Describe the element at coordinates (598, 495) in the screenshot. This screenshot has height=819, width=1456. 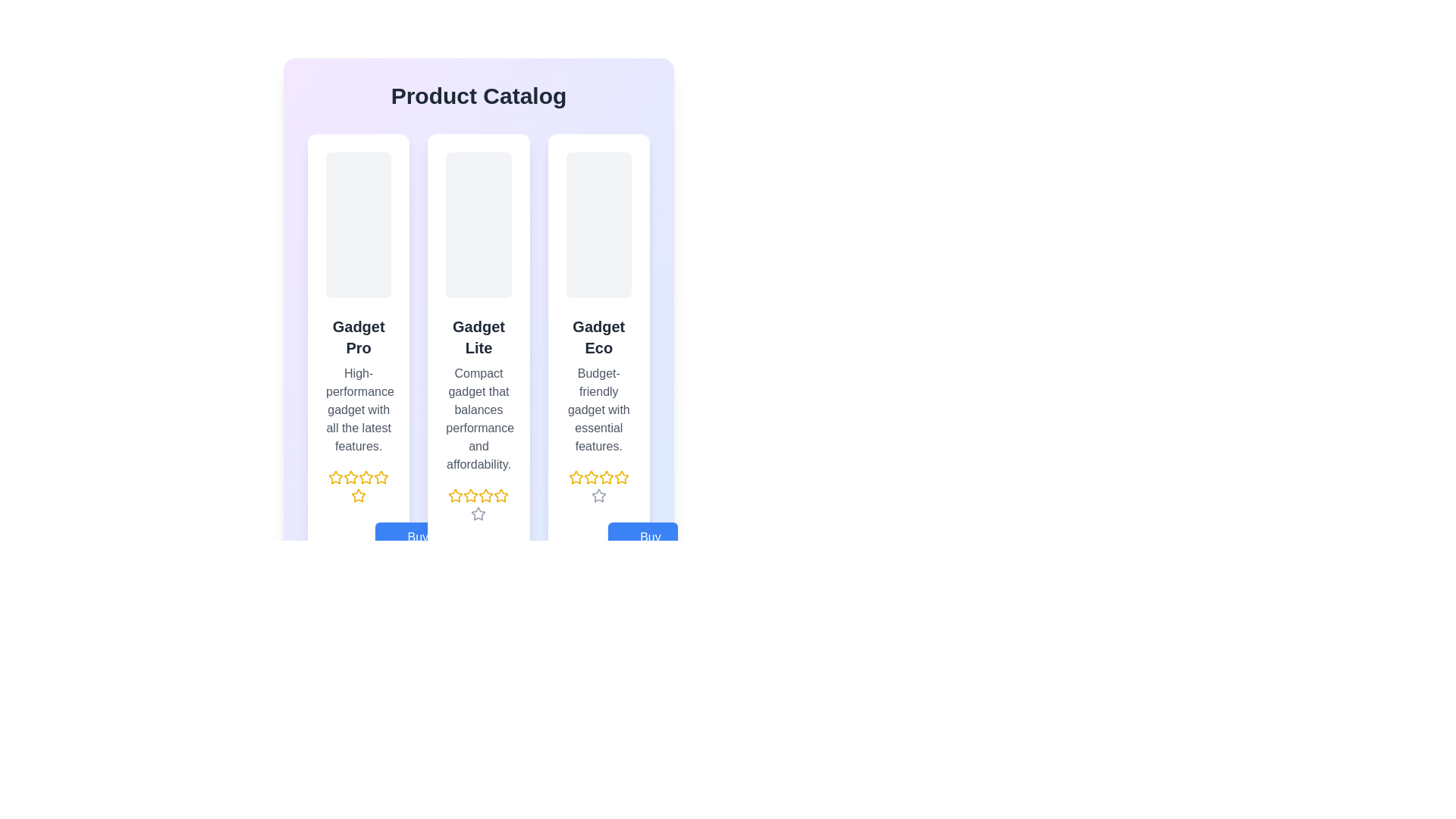
I see `the fifth rating star in the row of five stars at the bottom of the 'Gadget Eco' product card` at that location.